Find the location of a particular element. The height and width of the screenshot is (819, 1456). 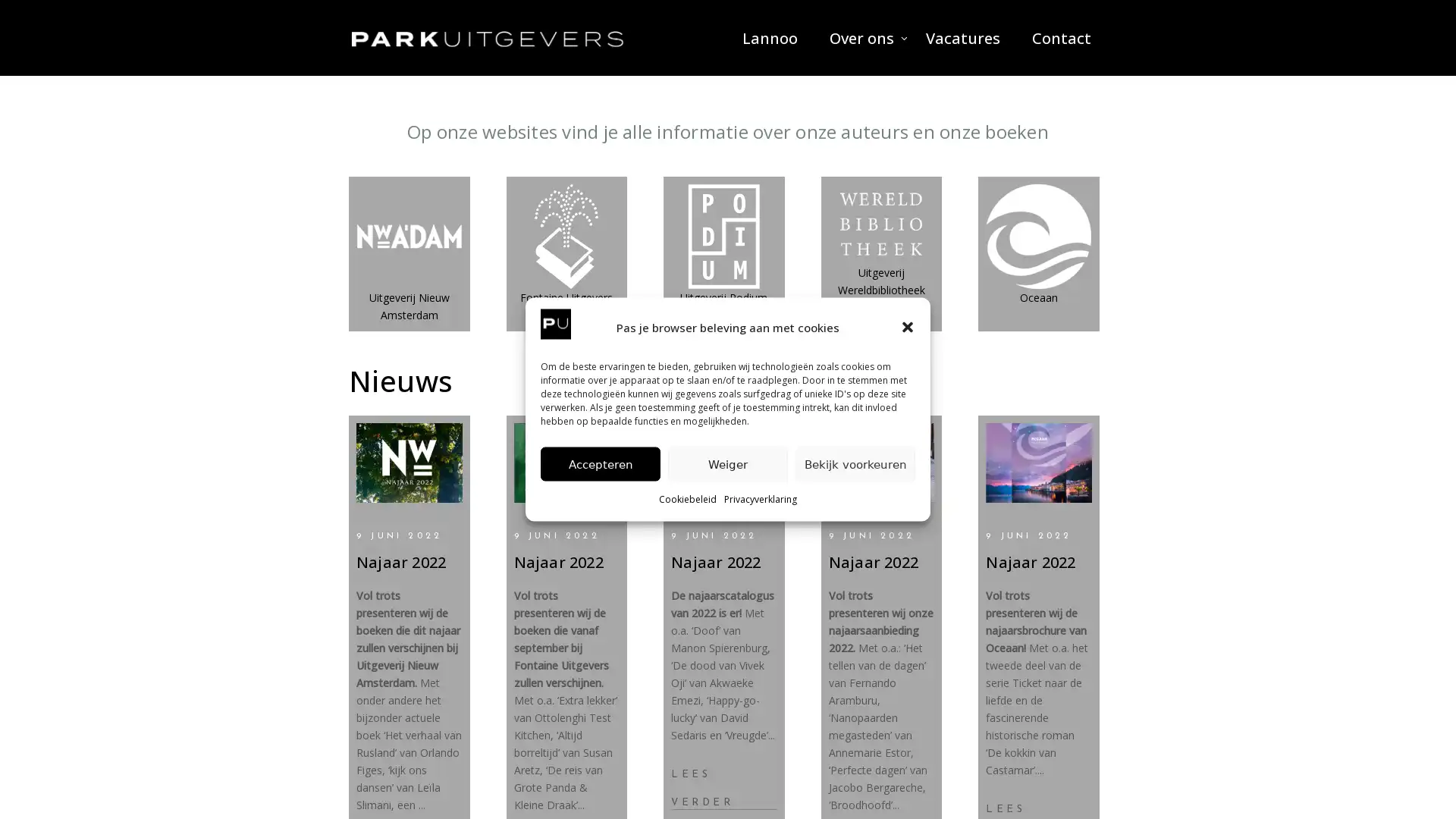

close-dialog is located at coordinates (907, 326).